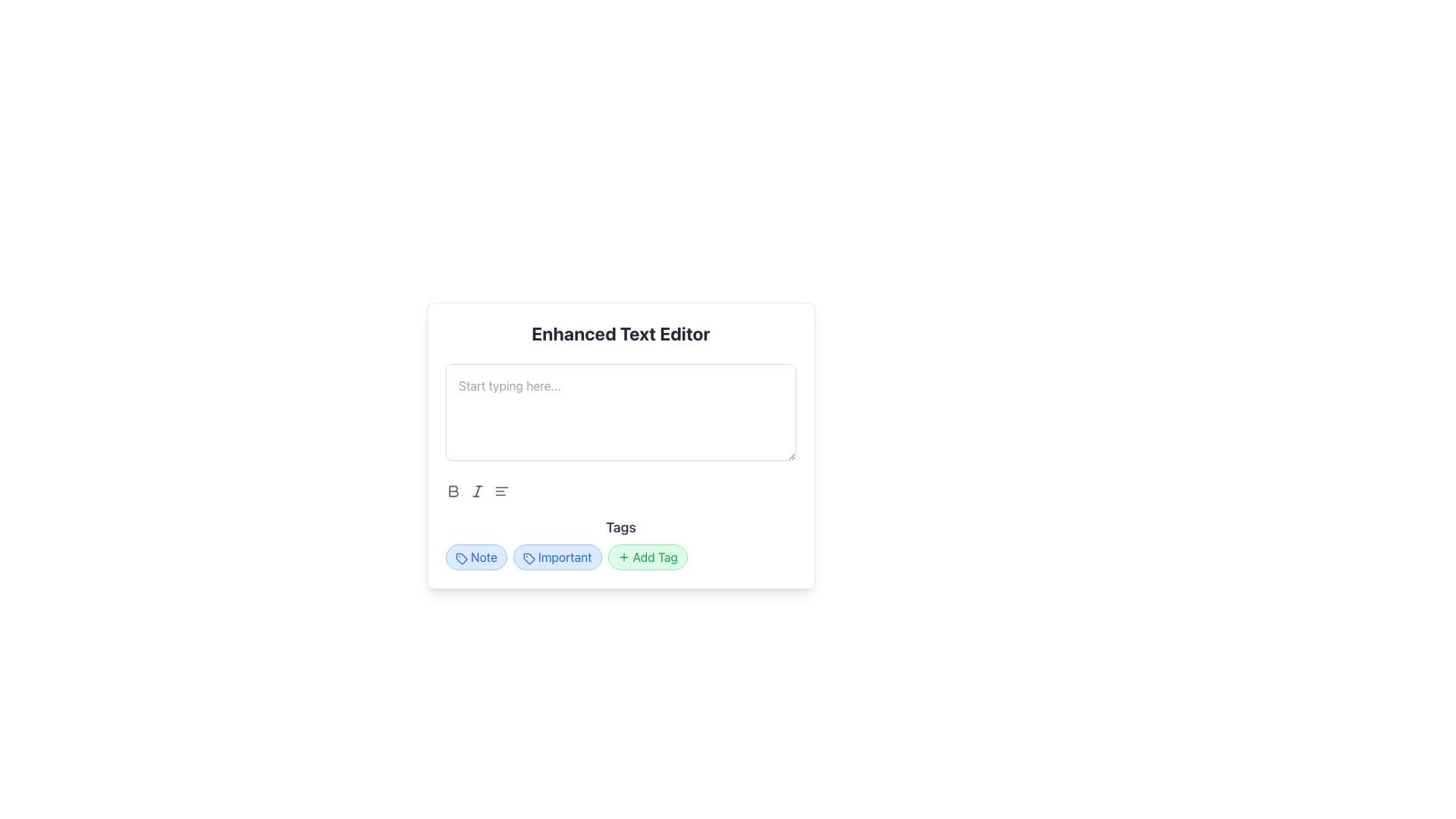  Describe the element at coordinates (648, 557) in the screenshot. I see `the third tag-like button under the 'Tags' label` at that location.